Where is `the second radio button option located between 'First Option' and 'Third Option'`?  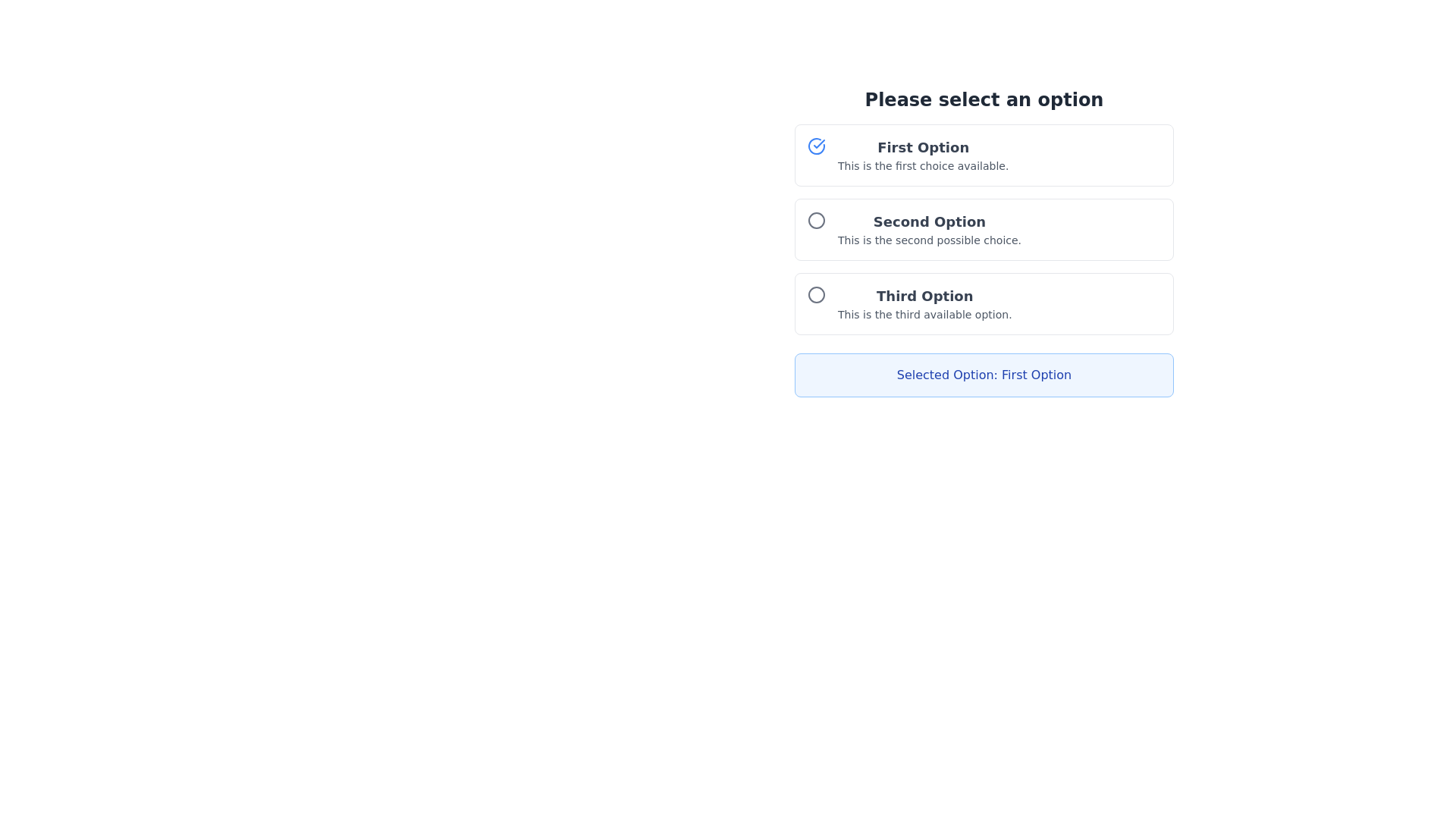 the second radio button option located between 'First Option' and 'Third Option' is located at coordinates (984, 230).